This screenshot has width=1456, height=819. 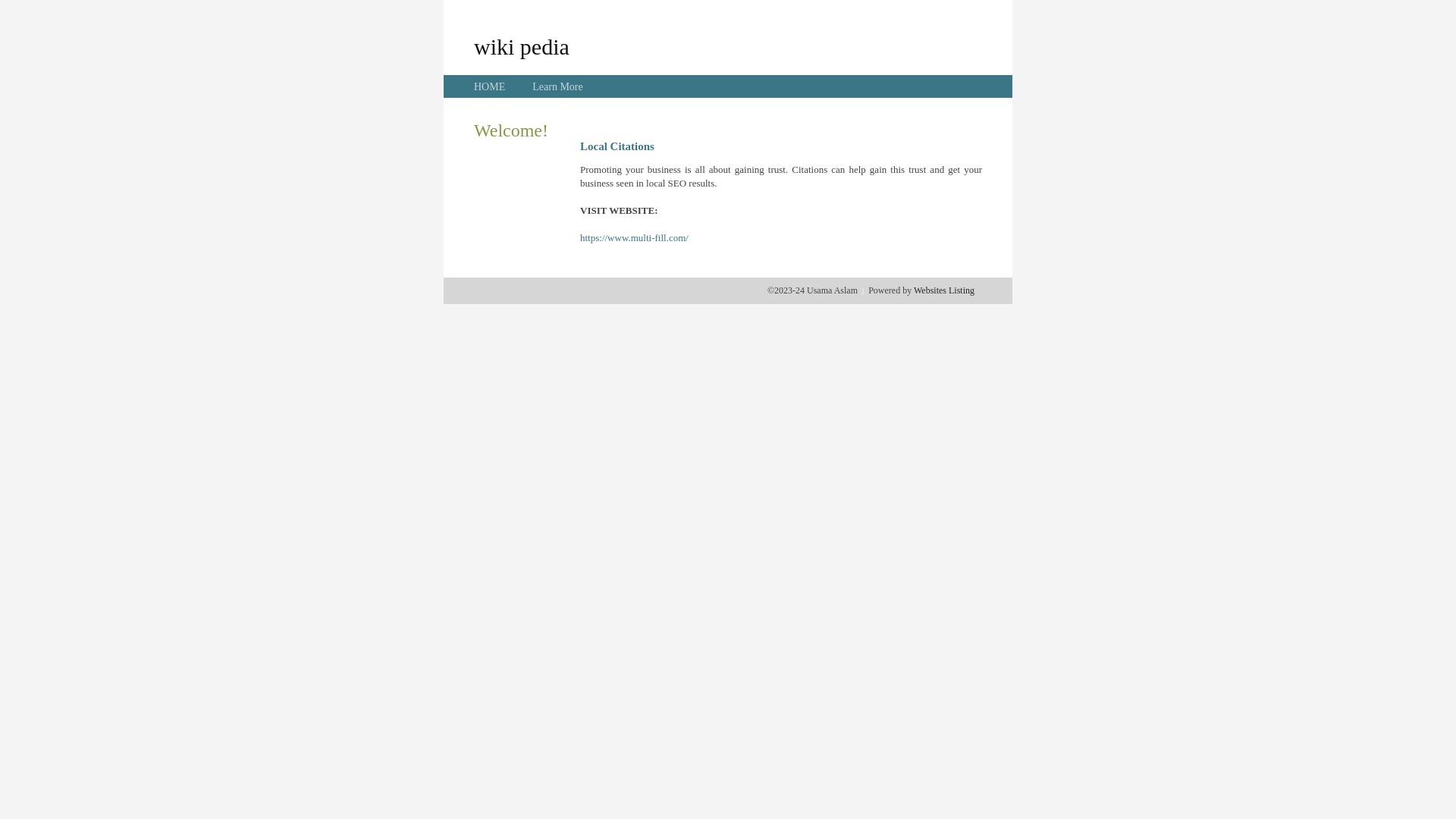 What do you see at coordinates (489, 86) in the screenshot?
I see `'HOME'` at bounding box center [489, 86].